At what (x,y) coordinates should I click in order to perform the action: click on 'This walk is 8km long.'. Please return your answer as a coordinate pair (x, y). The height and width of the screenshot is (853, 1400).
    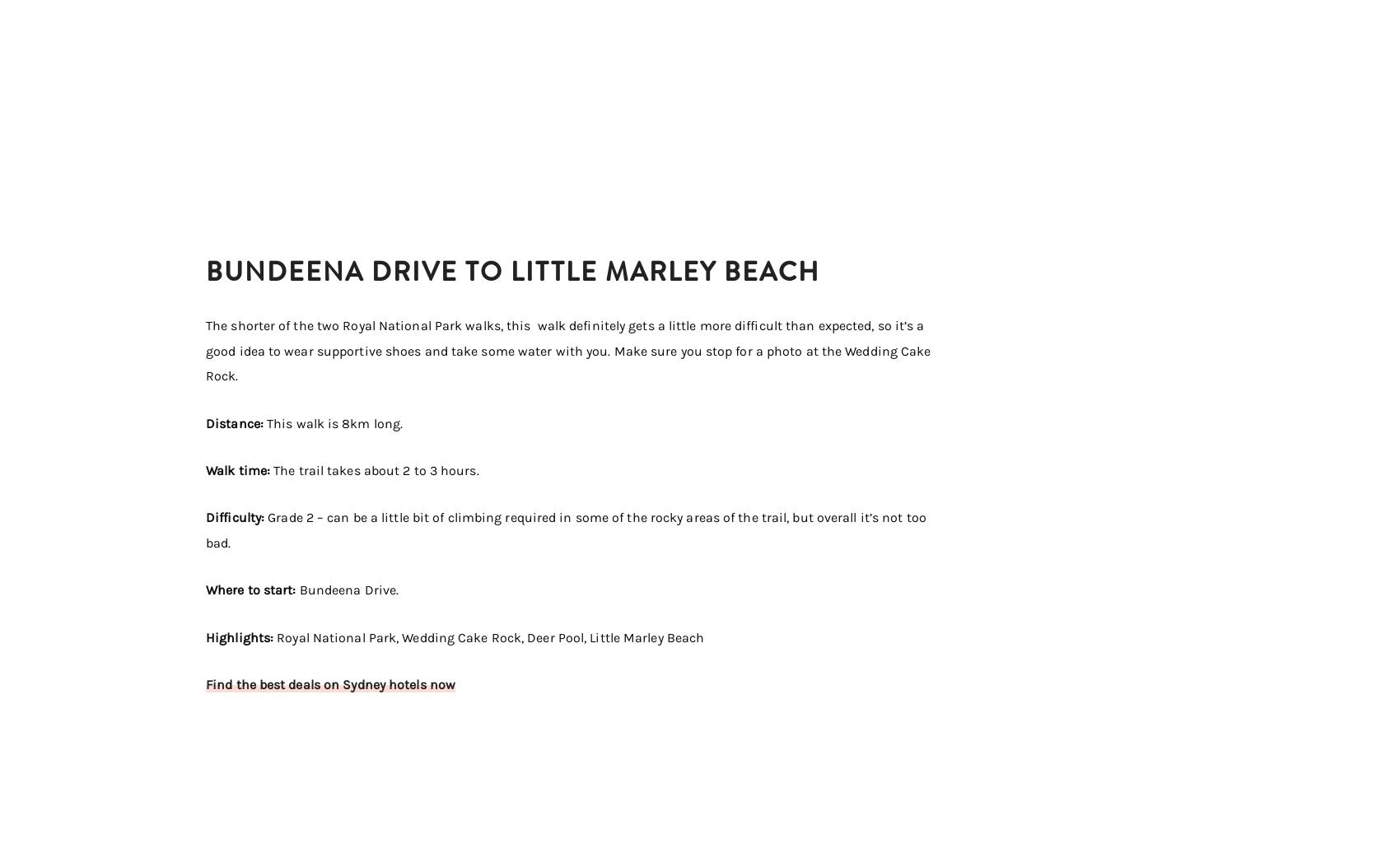
    Looking at the image, I should click on (334, 422).